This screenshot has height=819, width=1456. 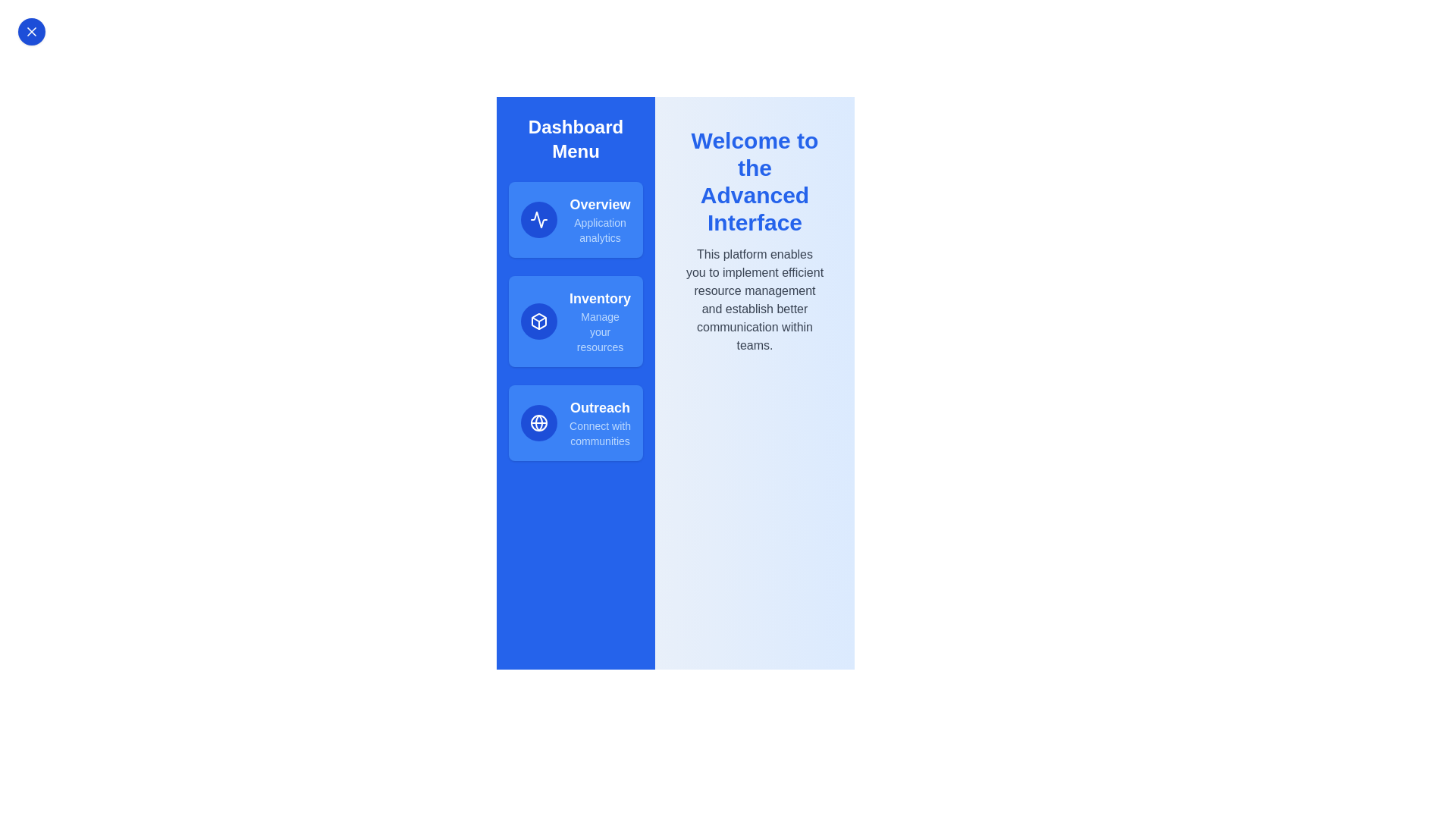 I want to click on the menu item Overview to observe visual feedback, so click(x=575, y=219).